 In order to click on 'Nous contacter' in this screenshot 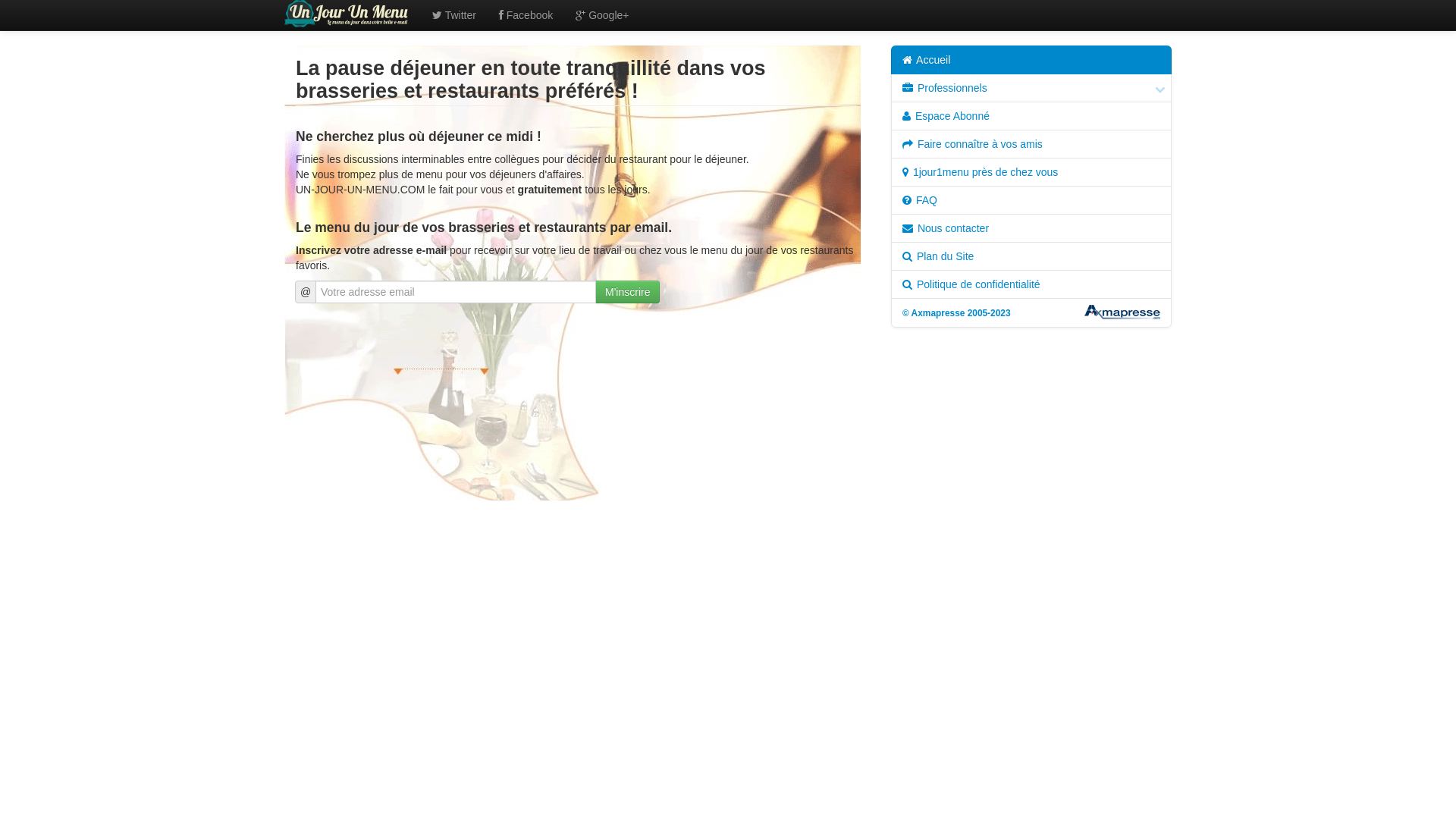, I will do `click(1031, 227)`.